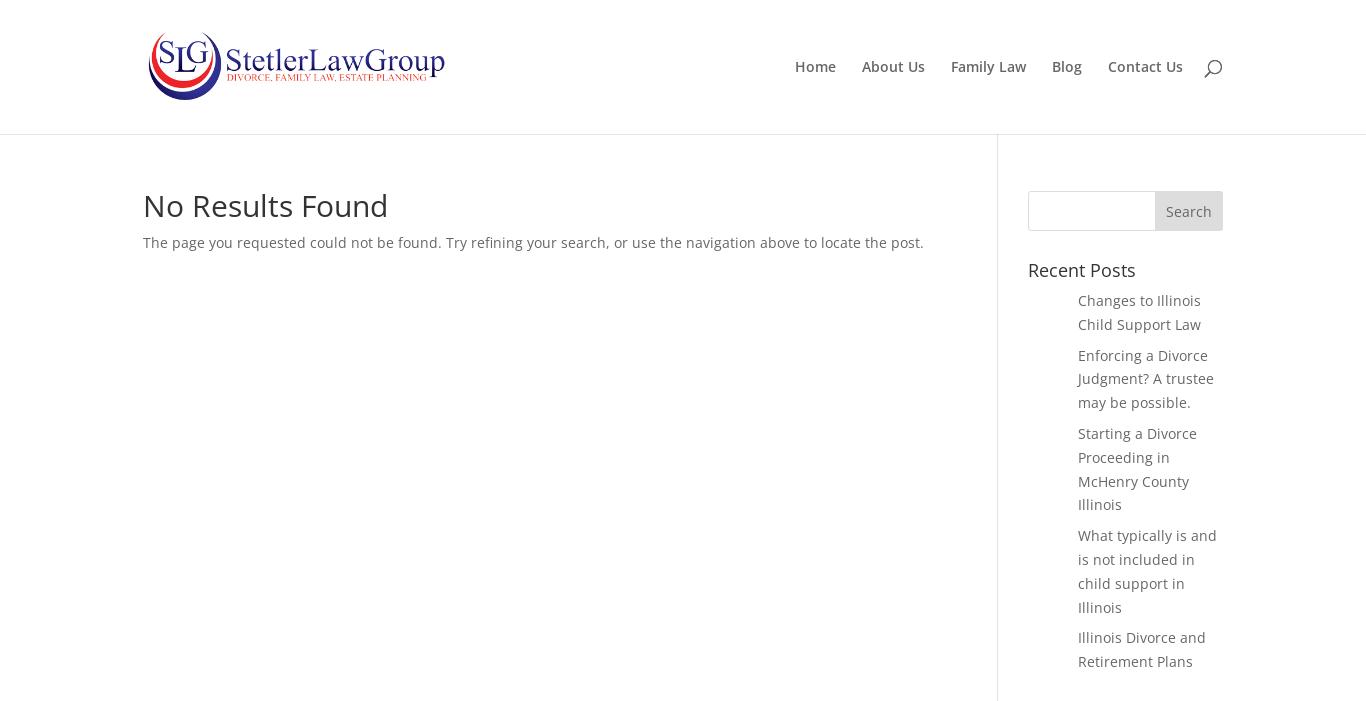  Describe the element at coordinates (1141, 649) in the screenshot. I see `'Illinois Divorce and Retirement Plans'` at that location.